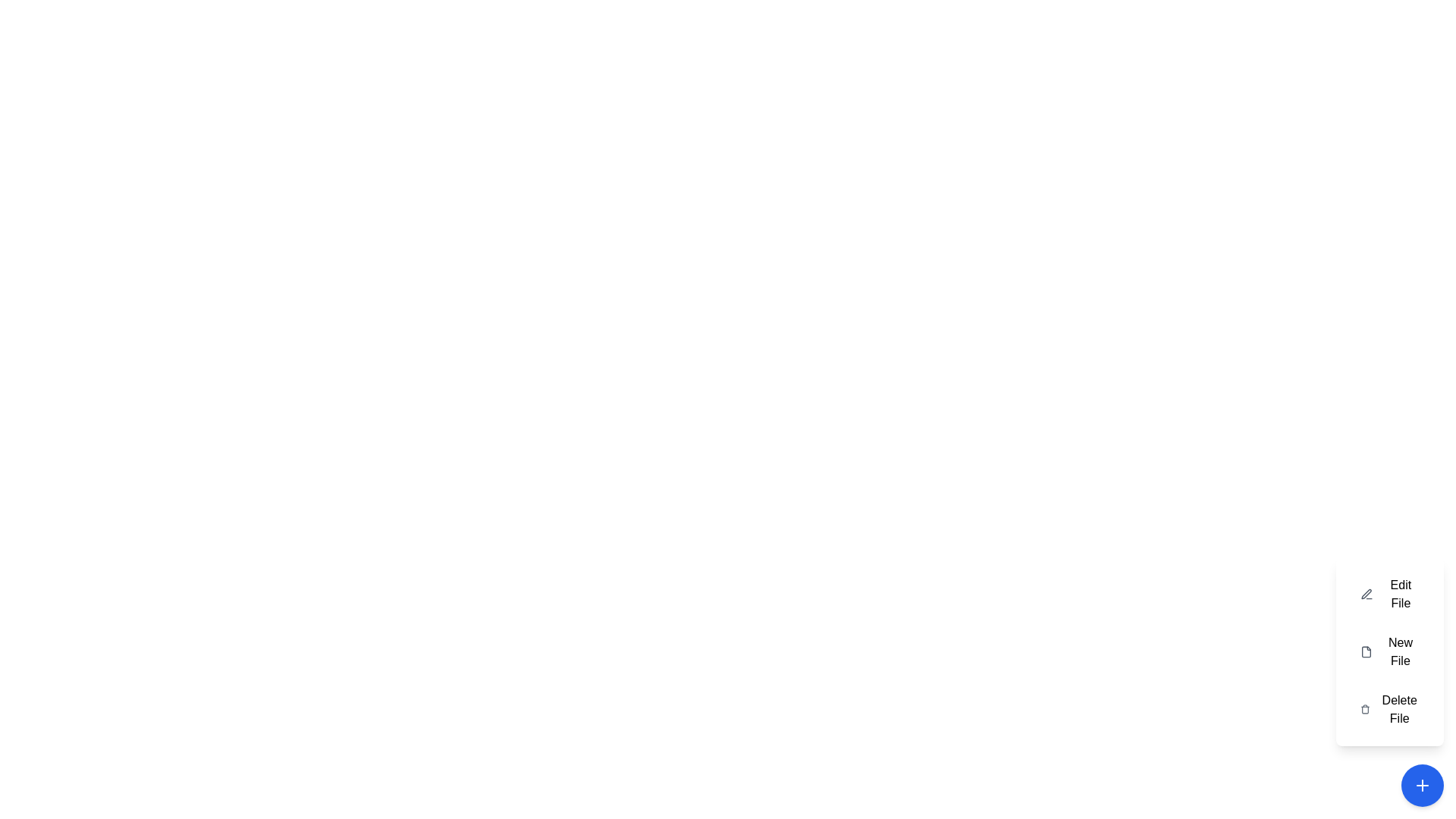 This screenshot has height=819, width=1456. Describe the element at coordinates (1389, 593) in the screenshot. I see `the 'Edit File' button located at the top of the vertical menu, which features an icon on the left and the label text 'Edit File' on the right` at that location.